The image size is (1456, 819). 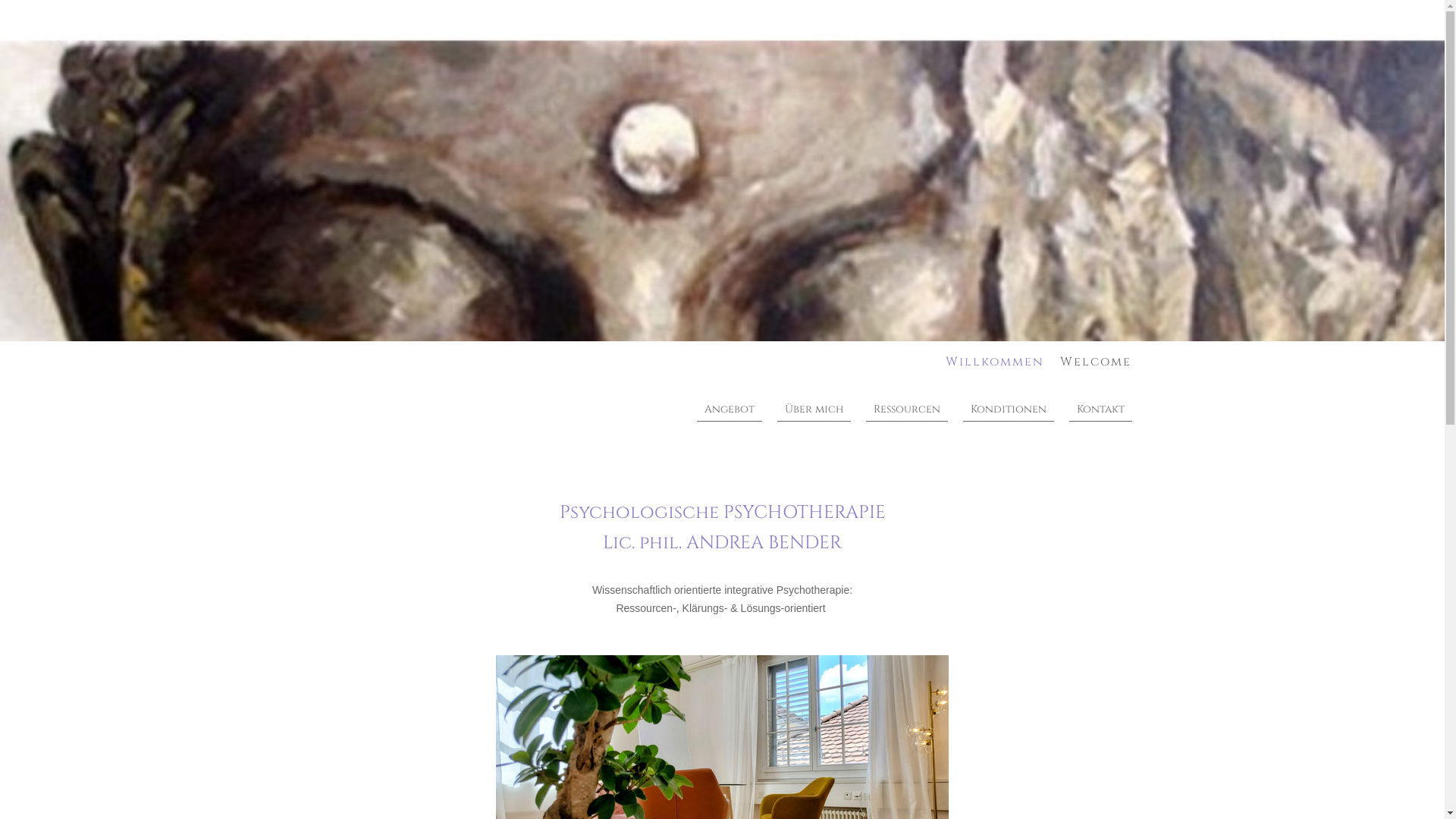 What do you see at coordinates (962, 409) in the screenshot?
I see `'Konditionen'` at bounding box center [962, 409].